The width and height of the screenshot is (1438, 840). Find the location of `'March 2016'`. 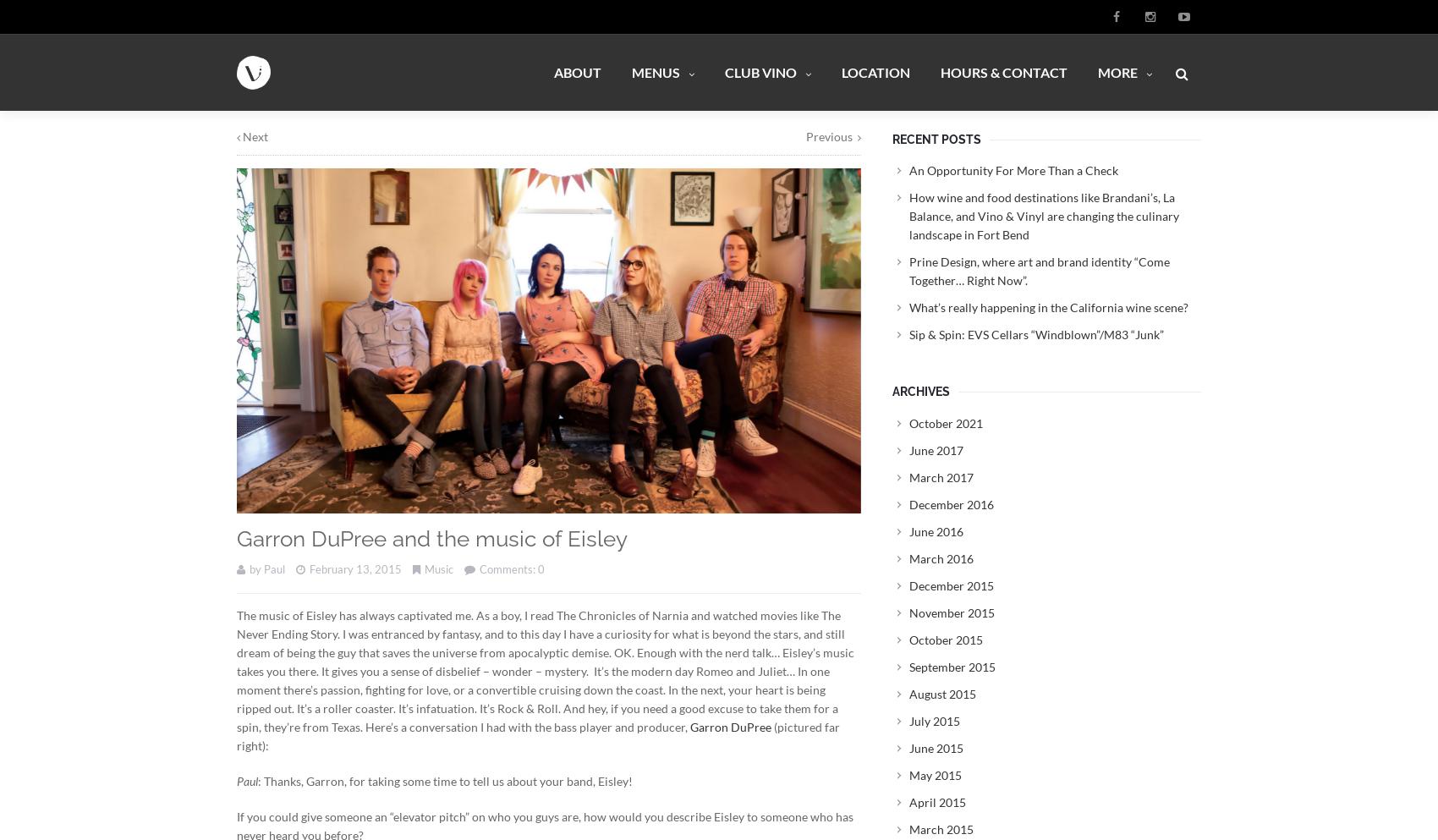

'March 2016' is located at coordinates (941, 557).